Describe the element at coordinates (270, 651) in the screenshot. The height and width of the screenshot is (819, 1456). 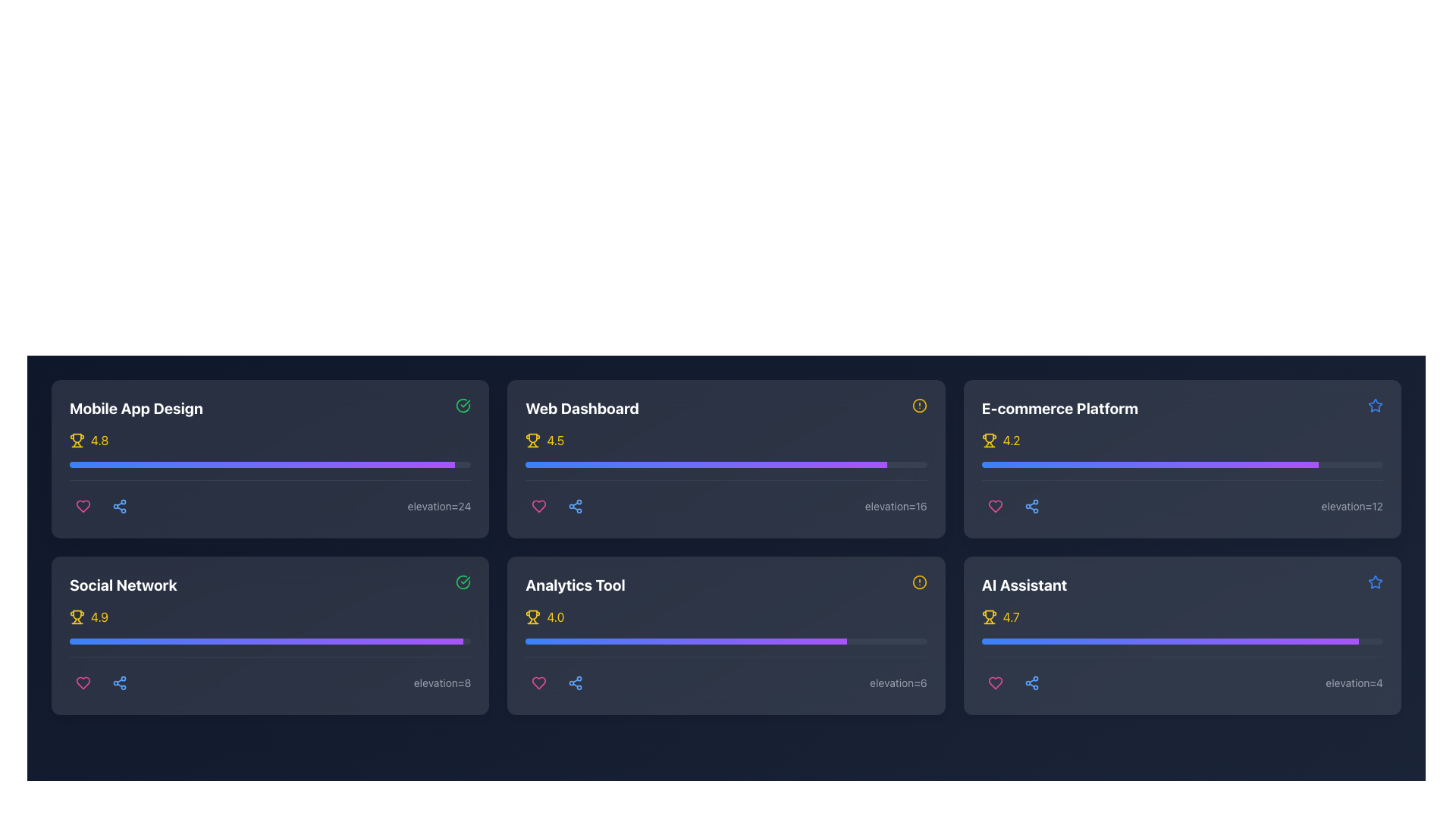
I see `the horizontal progress bar with a gradient fill located within the 'Social Network' card, positioned beneath the trophy icon and the 4.9 rating text` at that location.